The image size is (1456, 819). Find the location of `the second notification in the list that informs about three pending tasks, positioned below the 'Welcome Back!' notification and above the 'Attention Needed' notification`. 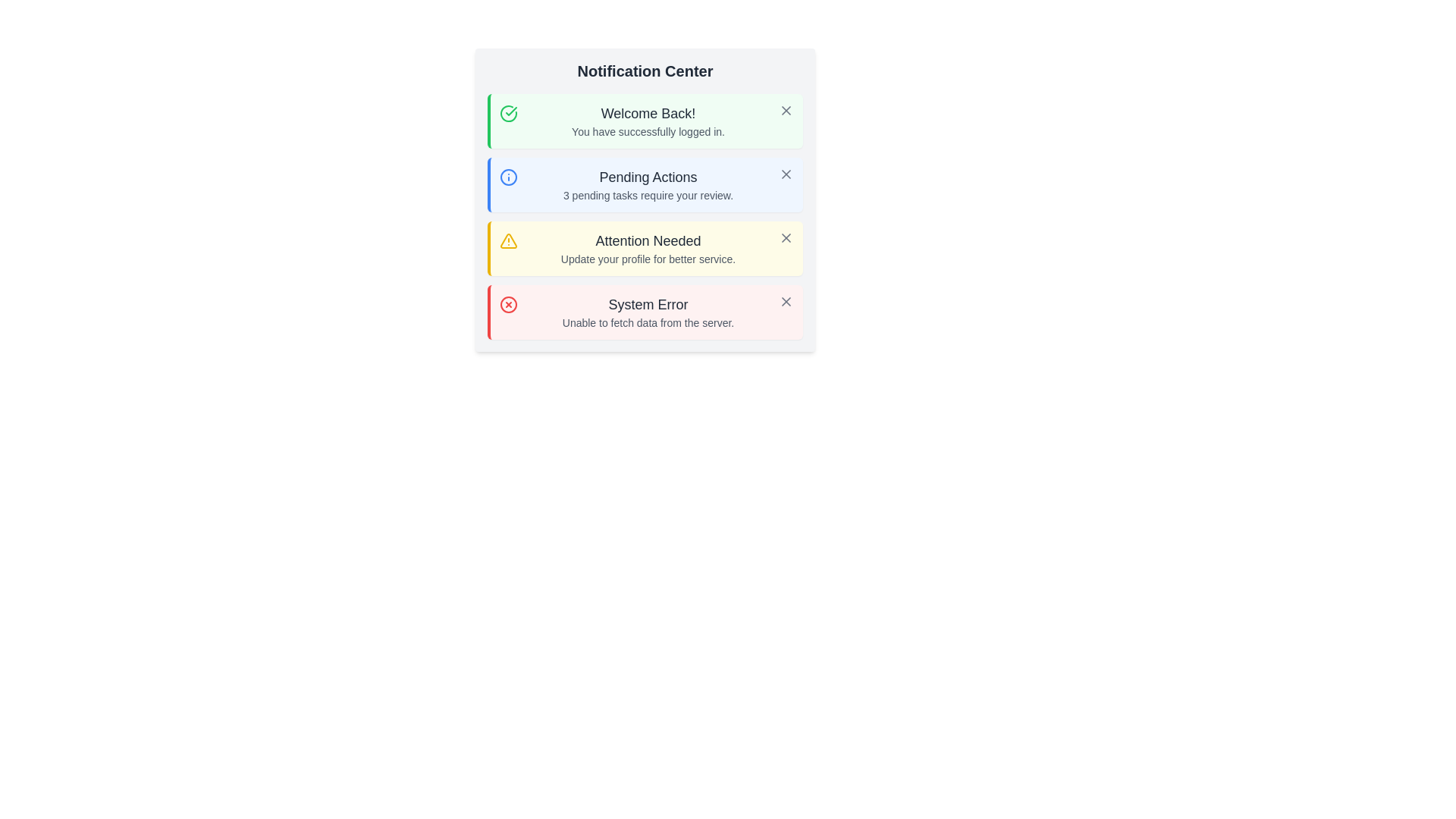

the second notification in the list that informs about three pending tasks, positioned below the 'Welcome Back!' notification and above the 'Attention Needed' notification is located at coordinates (648, 184).